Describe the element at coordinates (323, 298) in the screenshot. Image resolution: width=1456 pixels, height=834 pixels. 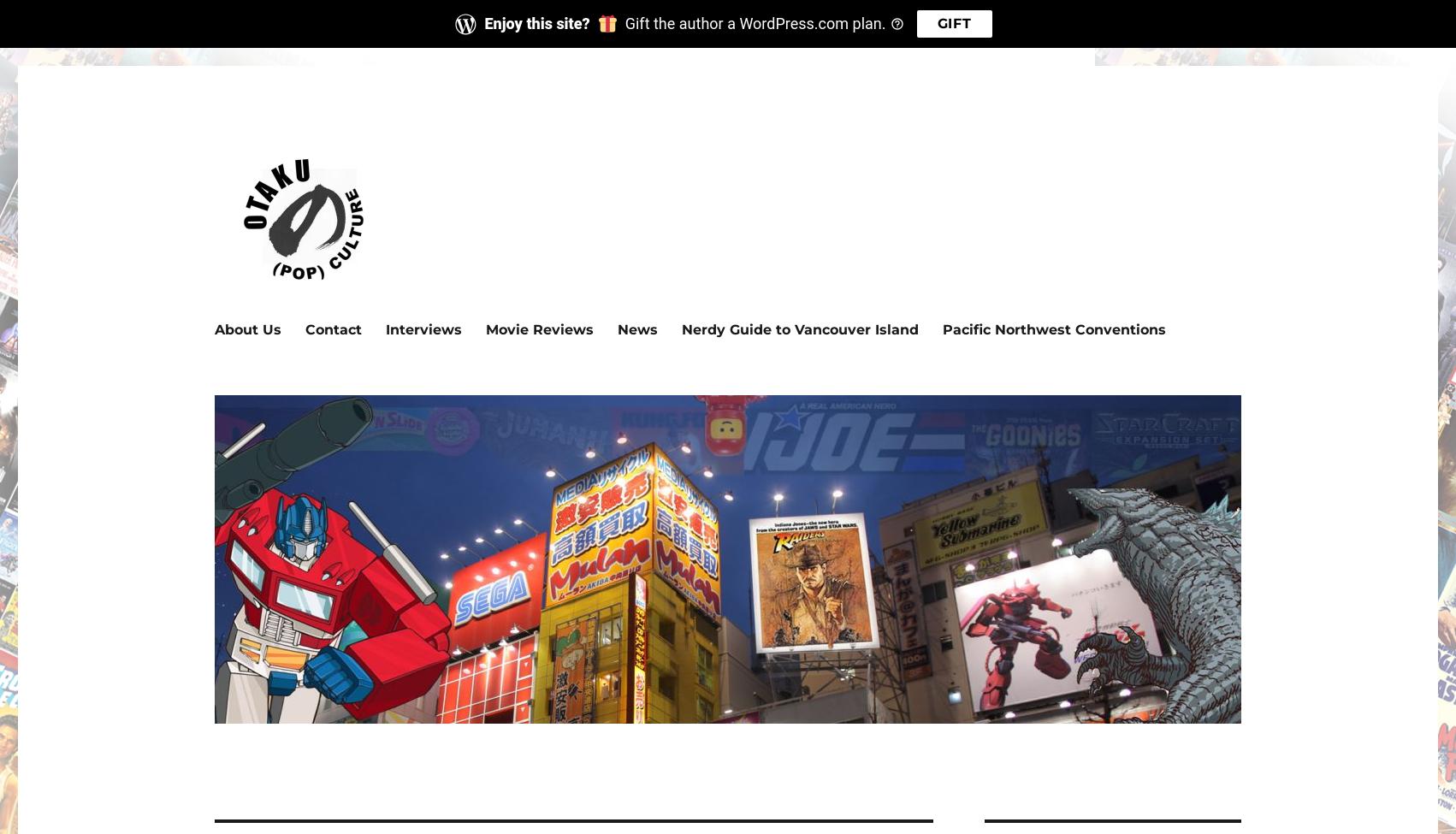
I see `'Exploring pop culture 'round the world.'` at that location.